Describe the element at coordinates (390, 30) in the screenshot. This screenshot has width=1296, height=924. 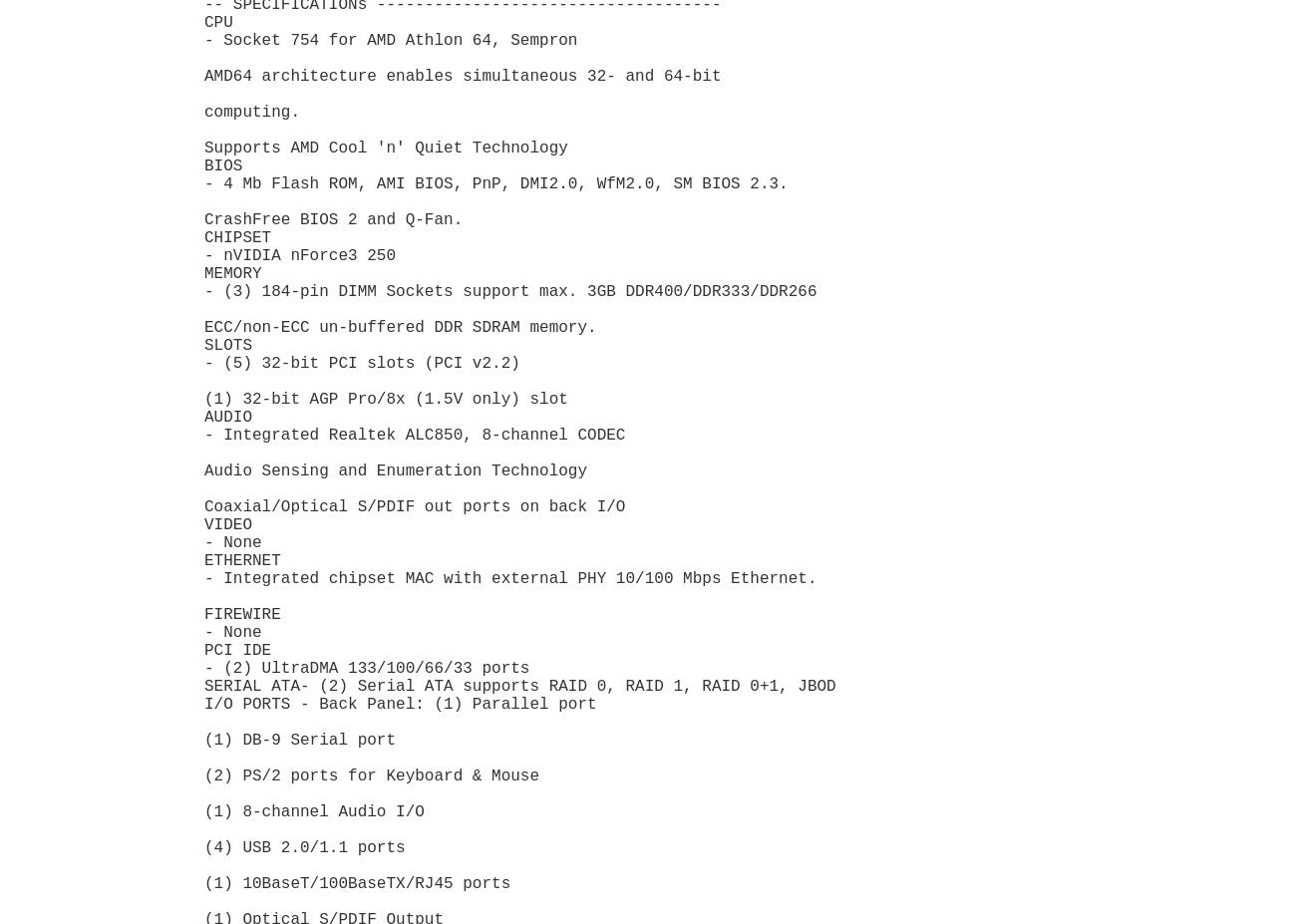
I see `'CPU
- Socket 754 for AMD Athlon 64, Sempron'` at that location.